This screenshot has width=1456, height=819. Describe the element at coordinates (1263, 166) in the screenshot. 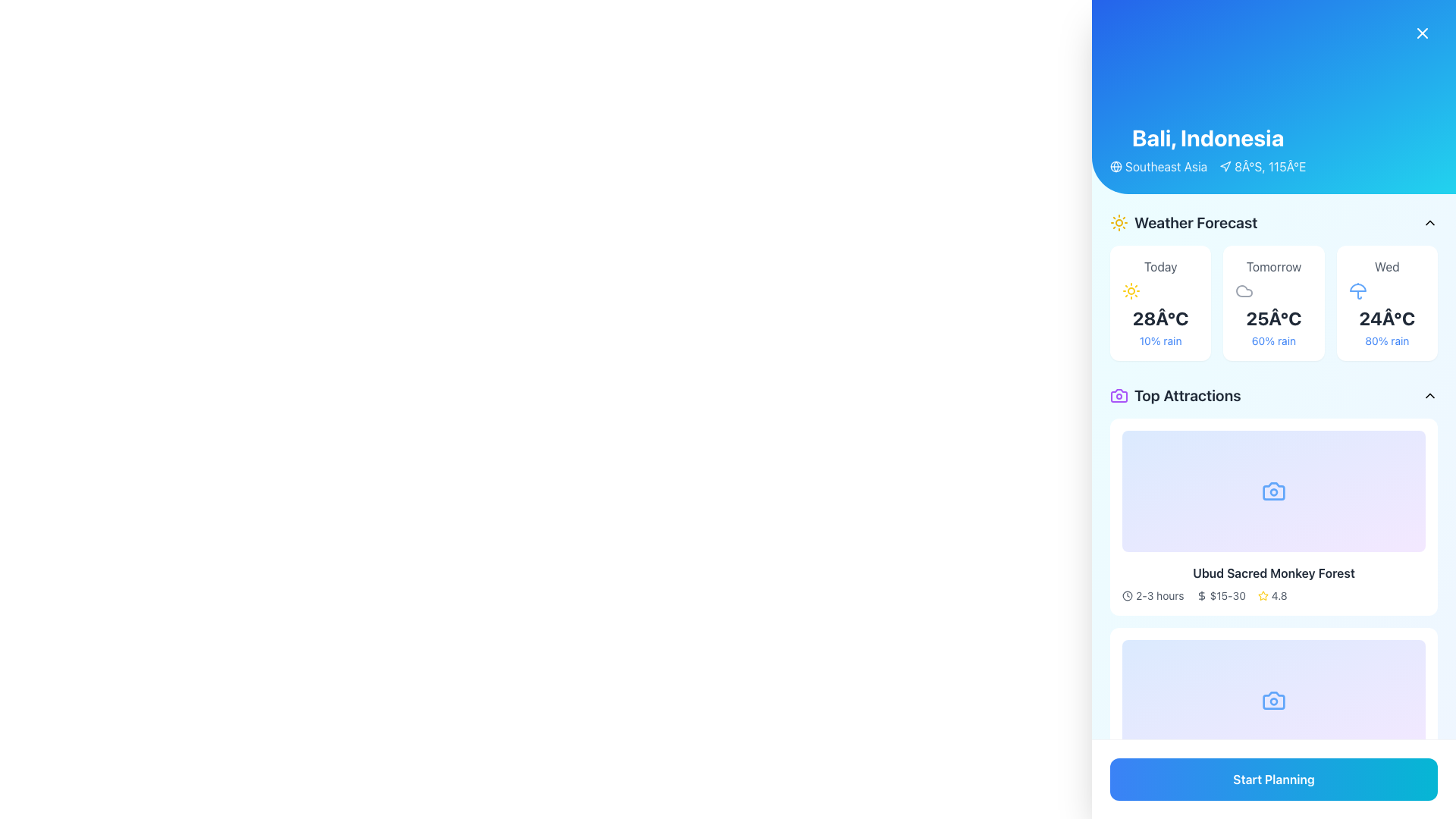

I see `the navigation arrow icon adjacent to the text label displaying '8°S, 115°E' for more information` at that location.